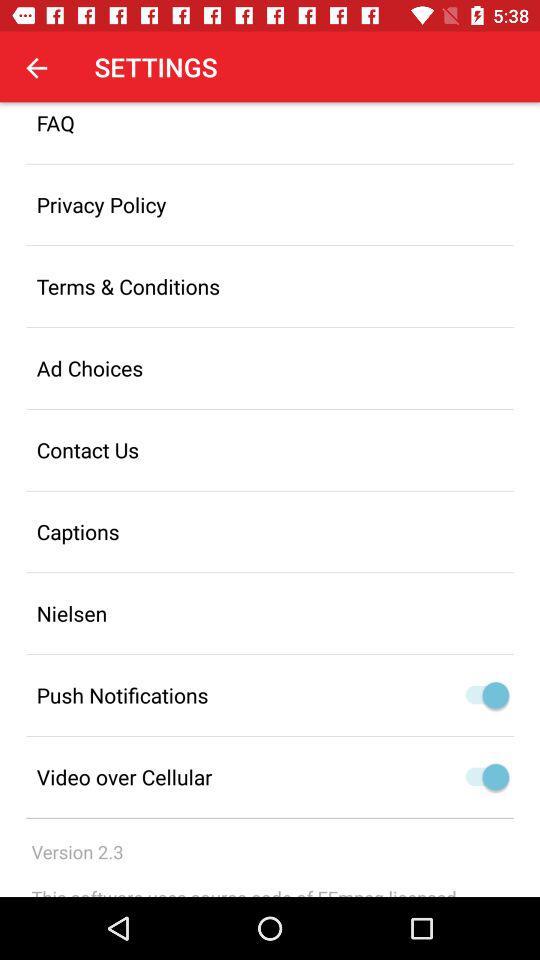 This screenshot has width=540, height=960. What do you see at coordinates (270, 132) in the screenshot?
I see `the faq item` at bounding box center [270, 132].